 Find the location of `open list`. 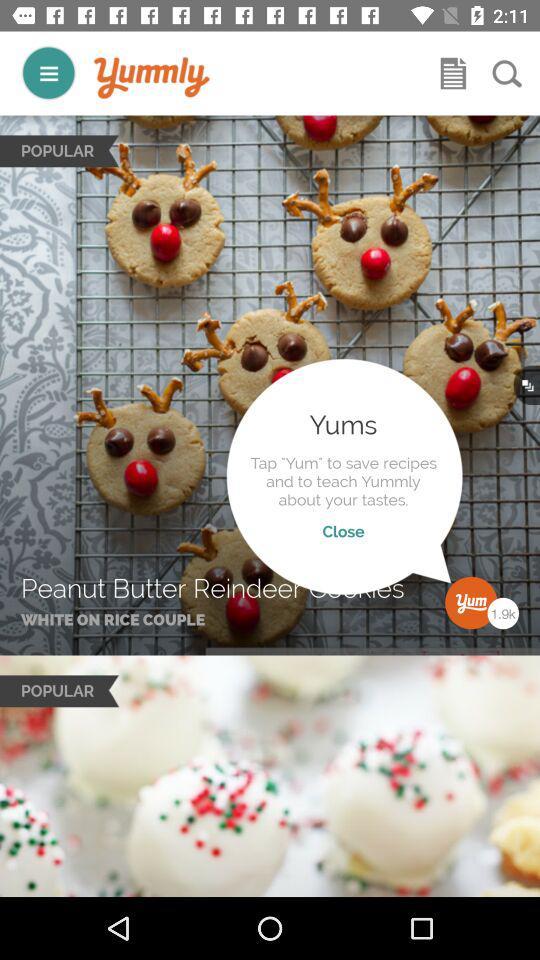

open list is located at coordinates (453, 73).